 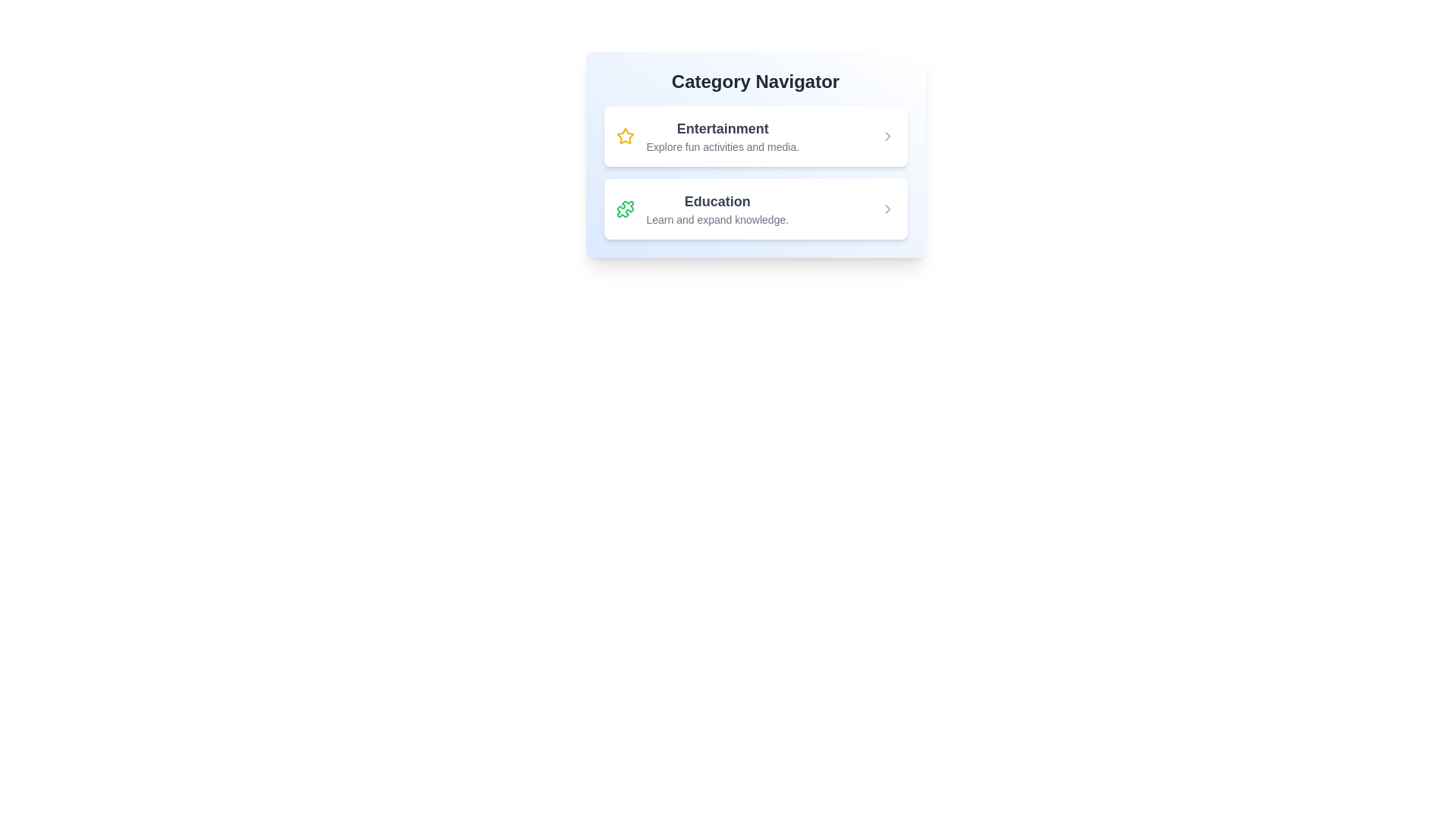 What do you see at coordinates (755, 209) in the screenshot?
I see `the second item in the Navigation list, which provides a navigational option for education` at bounding box center [755, 209].